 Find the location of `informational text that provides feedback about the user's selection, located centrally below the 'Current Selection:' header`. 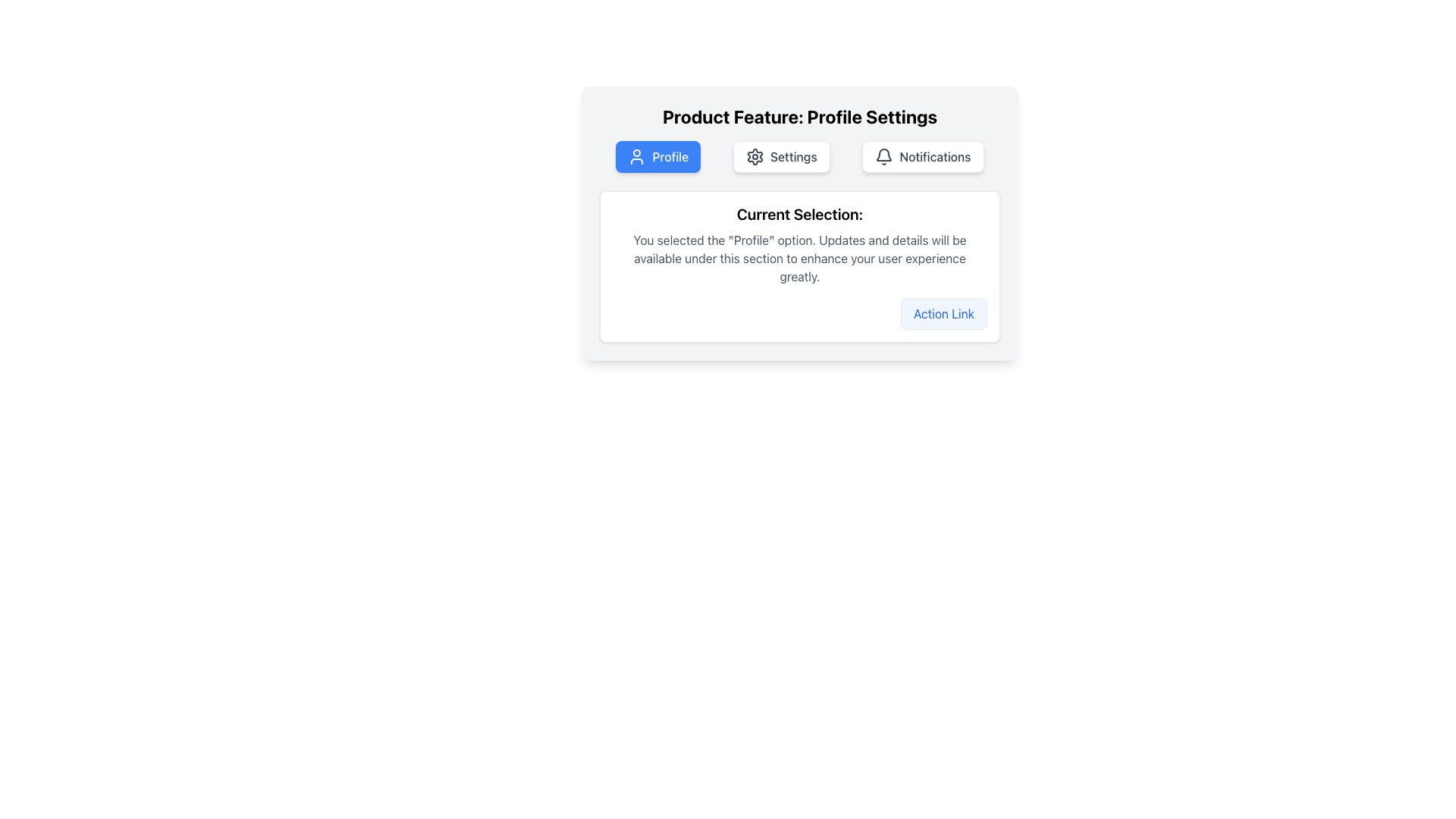

informational text that provides feedback about the user's selection, located centrally below the 'Current Selection:' header is located at coordinates (799, 257).